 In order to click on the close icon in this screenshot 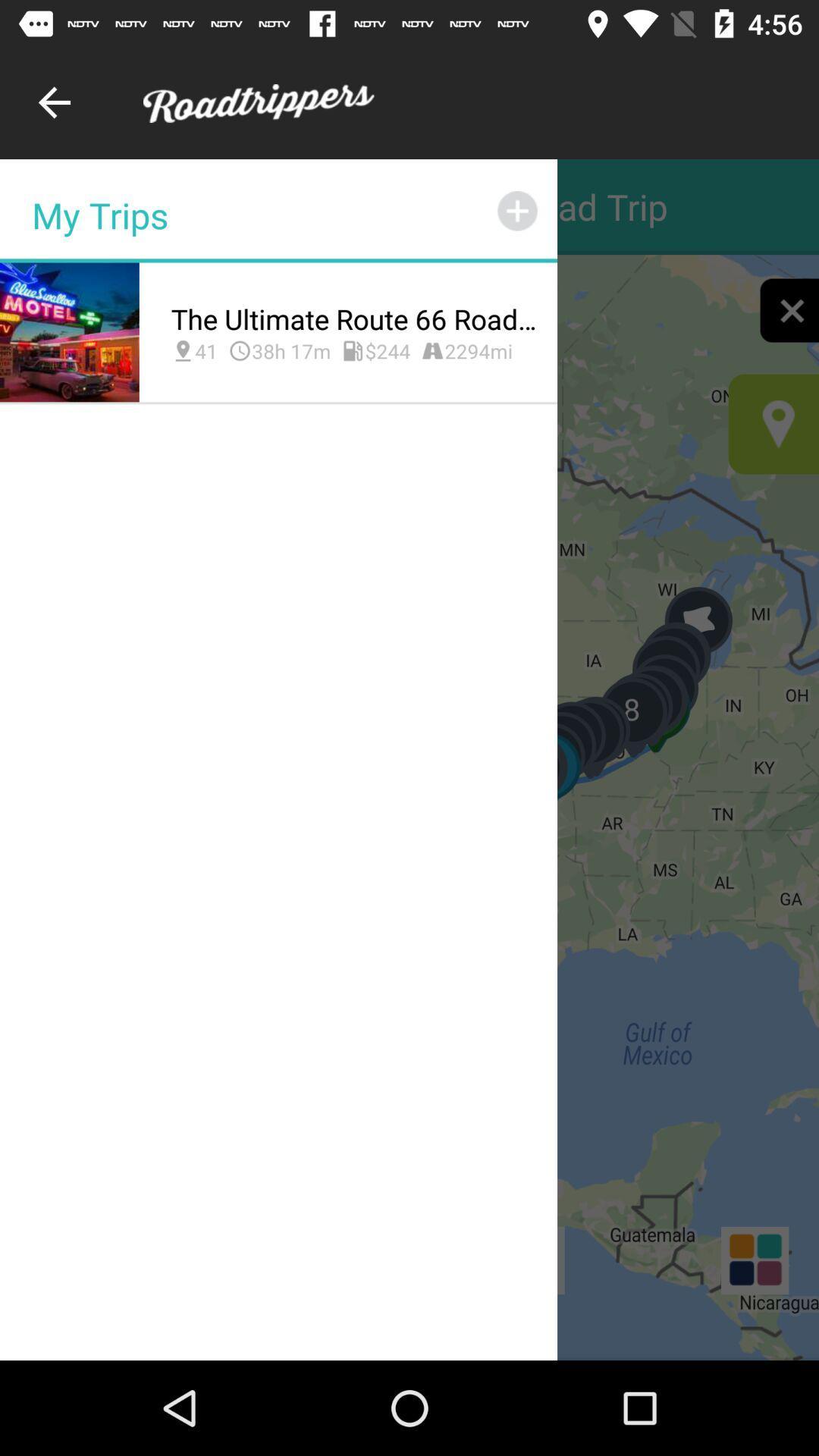, I will do `click(788, 309)`.